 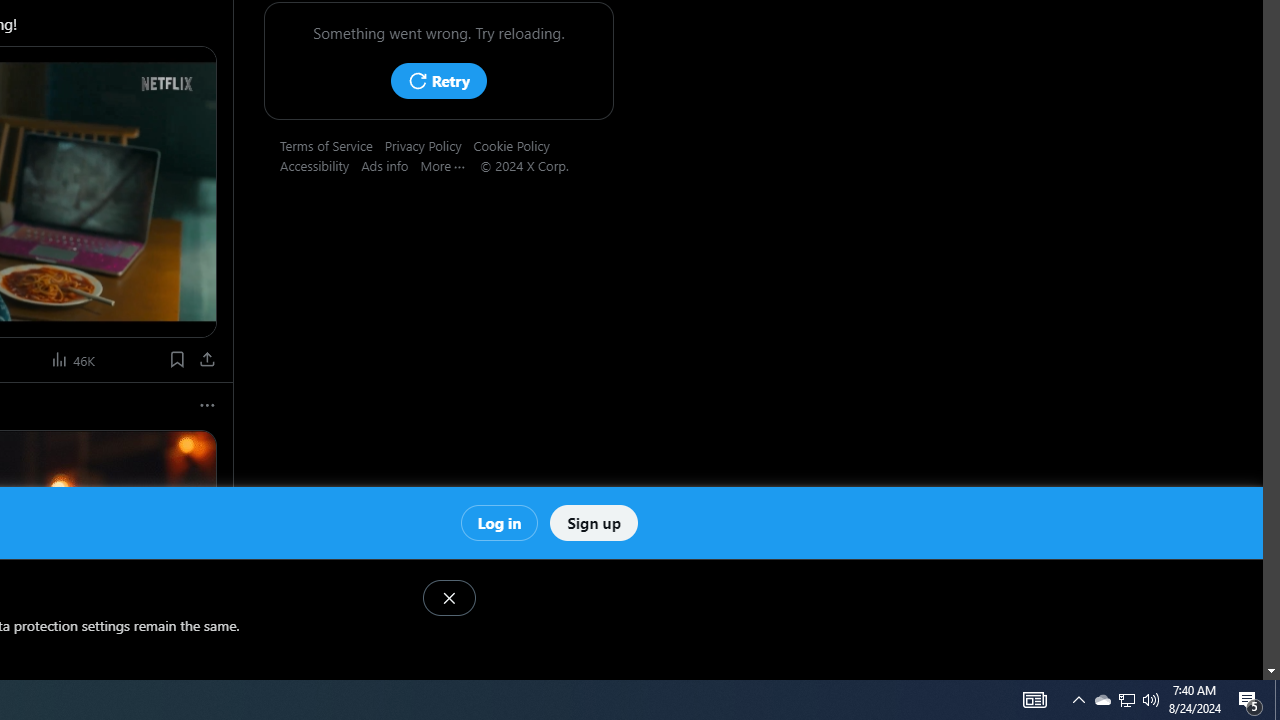 I want to click on 'Share post', so click(x=208, y=358).